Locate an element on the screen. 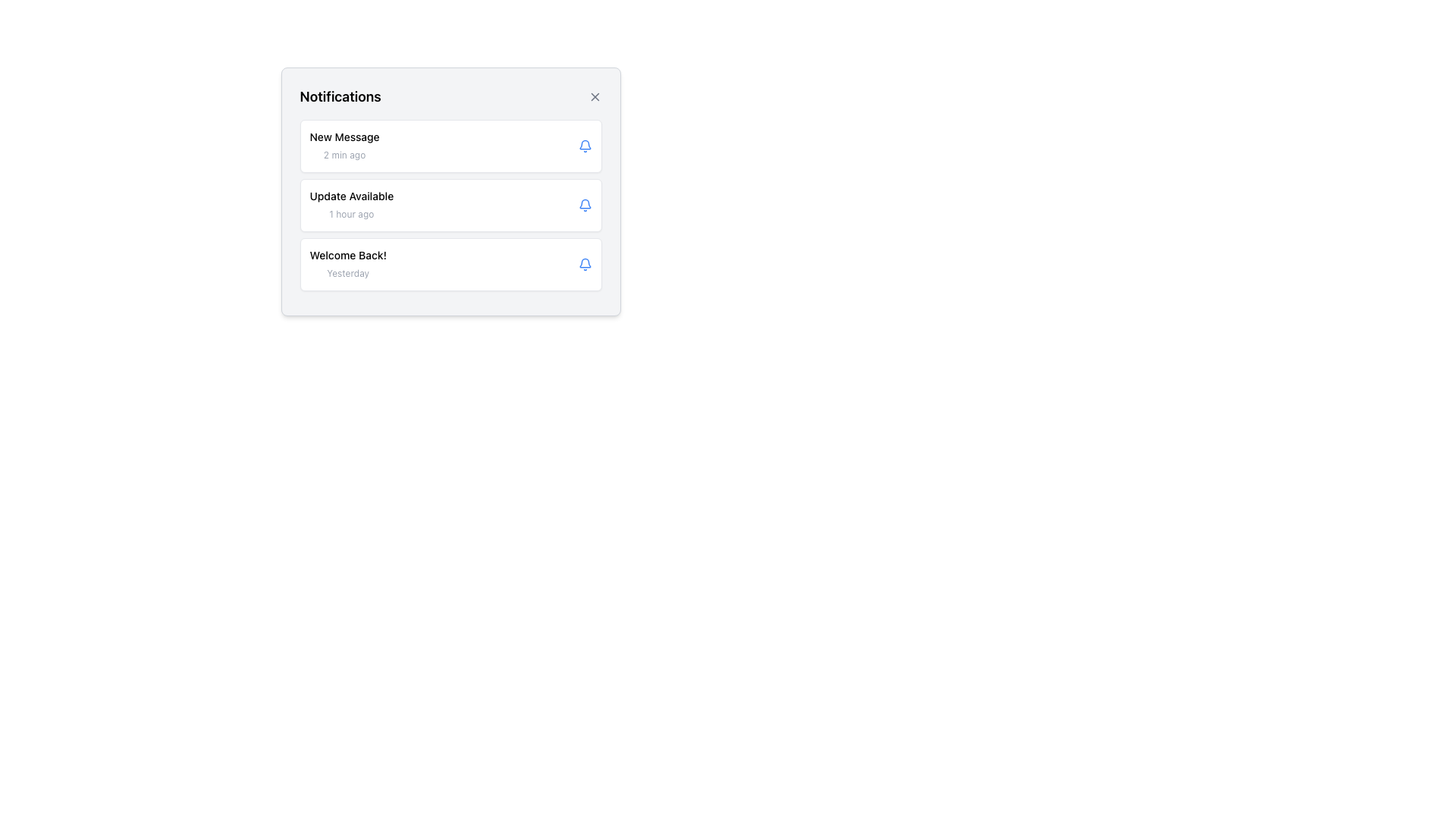 This screenshot has height=819, width=1456. information from the text block containing 'Welcome Back!' and 'Yesterday' located in the bottommost notification card in the vertical list of notifications is located at coordinates (347, 263).